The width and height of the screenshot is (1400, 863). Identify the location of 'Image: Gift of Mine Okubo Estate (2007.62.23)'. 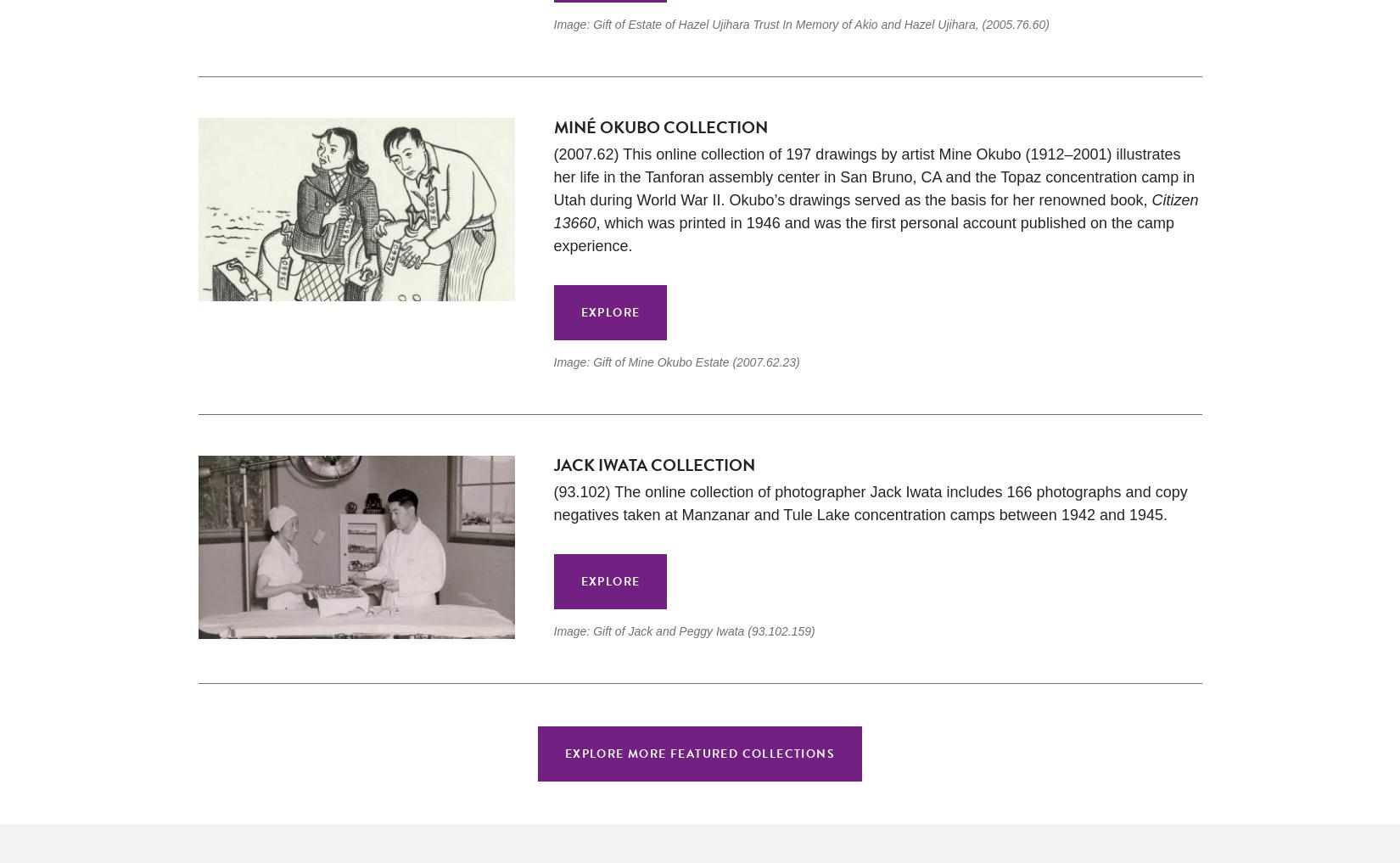
(675, 362).